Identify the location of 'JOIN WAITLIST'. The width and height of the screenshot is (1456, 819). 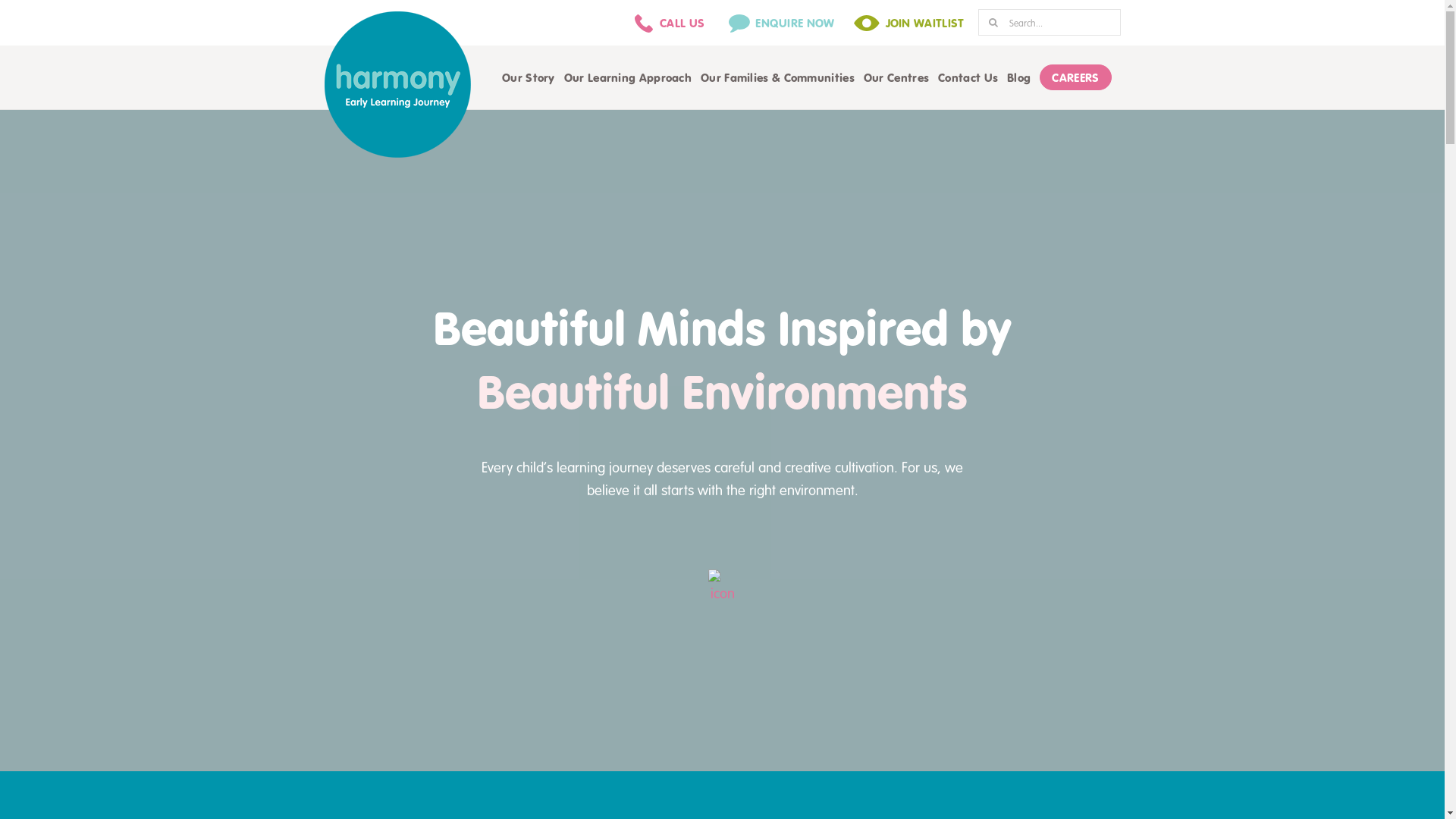
(909, 23).